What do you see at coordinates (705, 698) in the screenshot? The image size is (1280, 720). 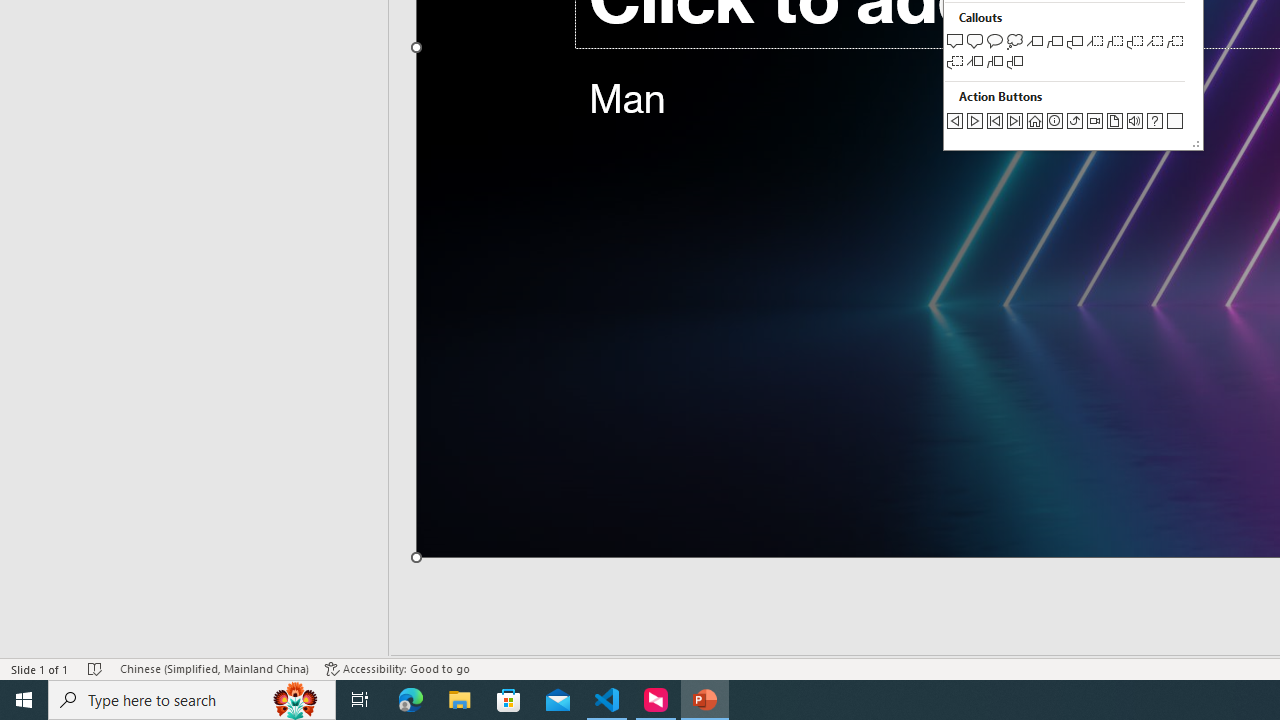 I see `'PowerPoint - 1 running window'` at bounding box center [705, 698].